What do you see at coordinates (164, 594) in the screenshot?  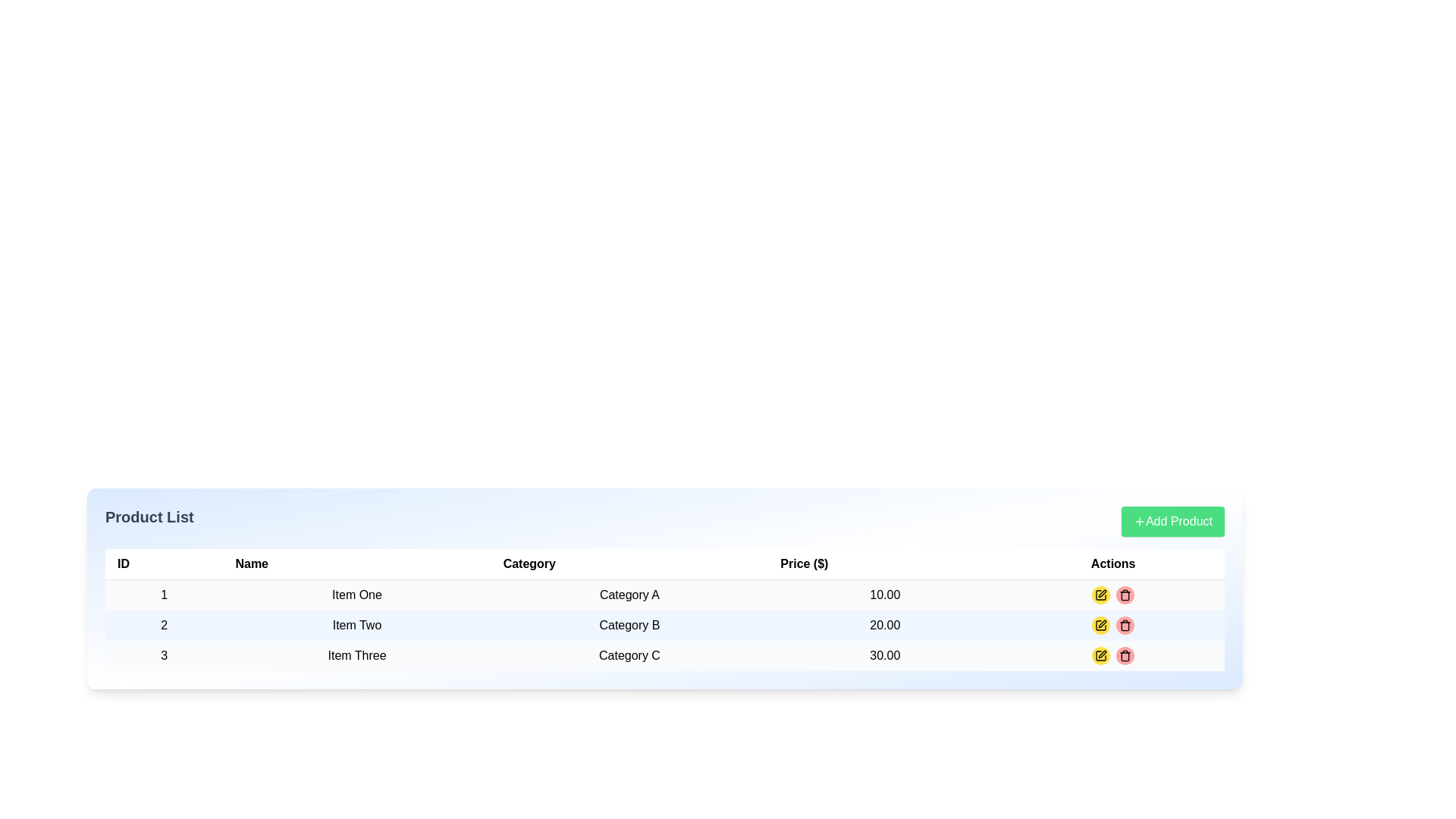 I see `the Text element representing the identification number for the first row entry labeled 'Item One' in the table` at bounding box center [164, 594].